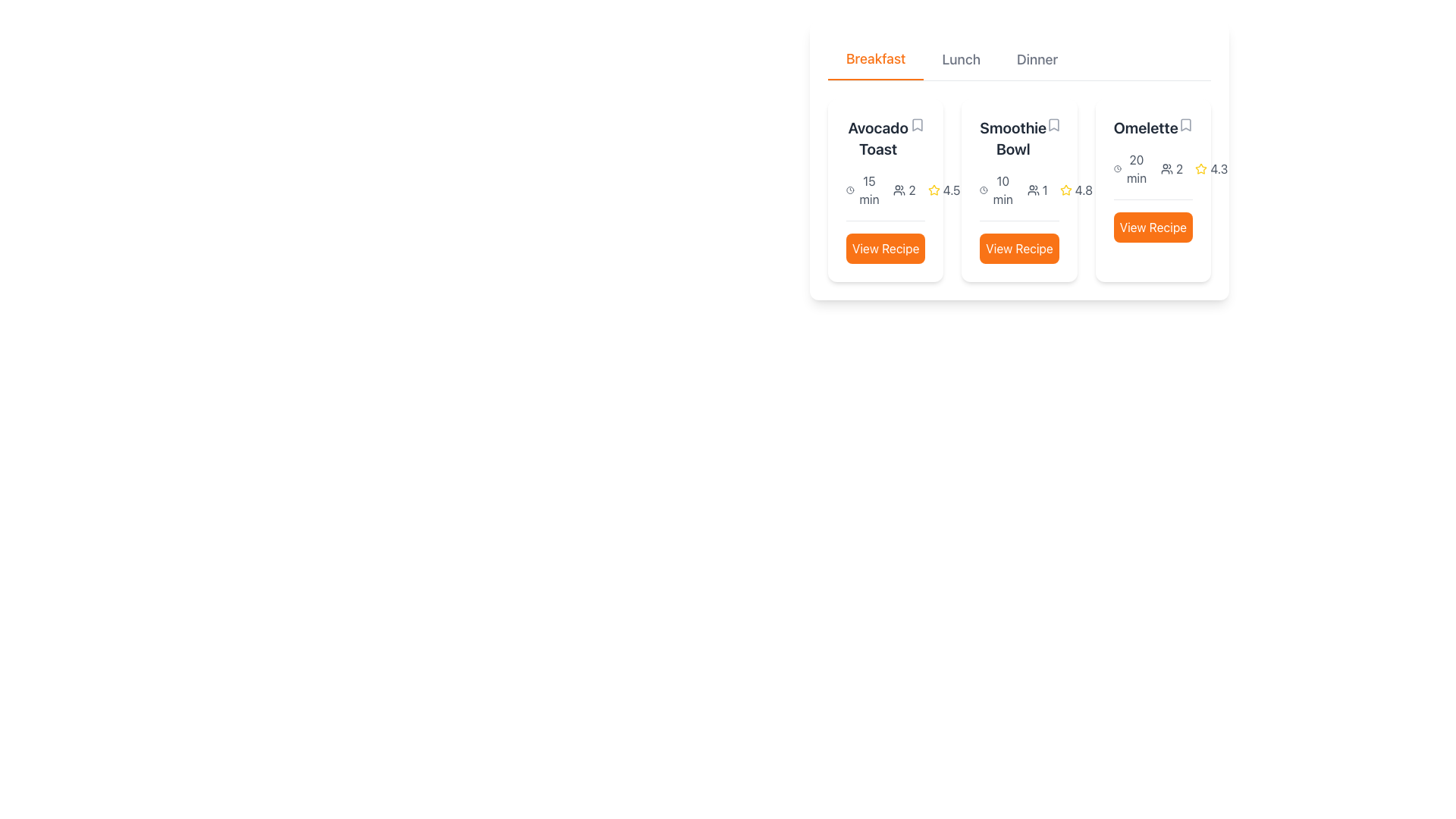 The height and width of the screenshot is (819, 1456). What do you see at coordinates (1210, 169) in the screenshot?
I see `the rating display component for the 'Omelette' dish, which shows its numerical rating and visual star indicator, located at the right side of the third card titled 'Omelette'` at bounding box center [1210, 169].